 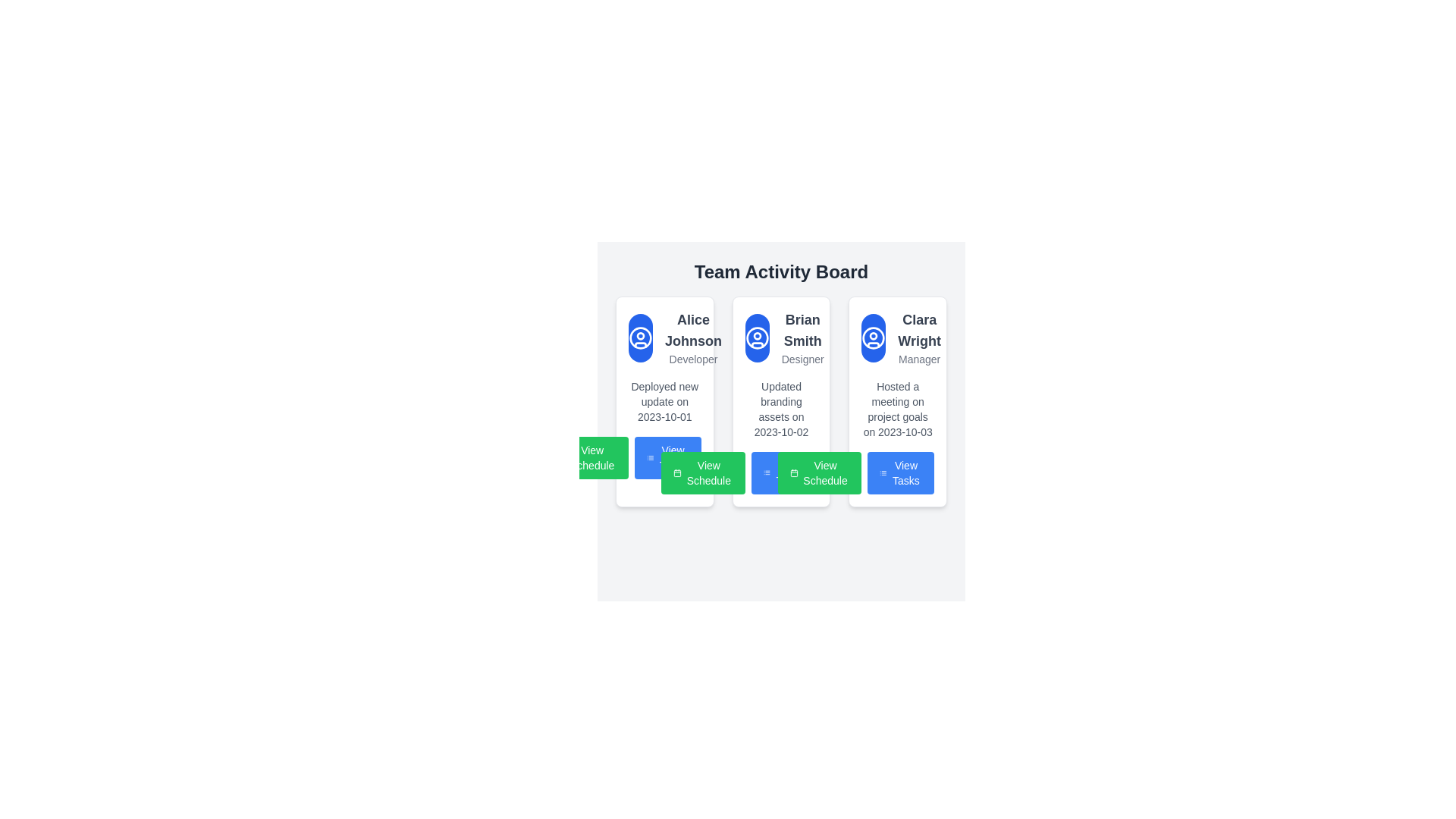 What do you see at coordinates (781, 409) in the screenshot?
I see `the static text displaying 'Updated branding assets on 2023-10-02' located within the card labeled 'Brian Smith - Designer', situated beneath the user's role description and above the action buttons` at bounding box center [781, 409].